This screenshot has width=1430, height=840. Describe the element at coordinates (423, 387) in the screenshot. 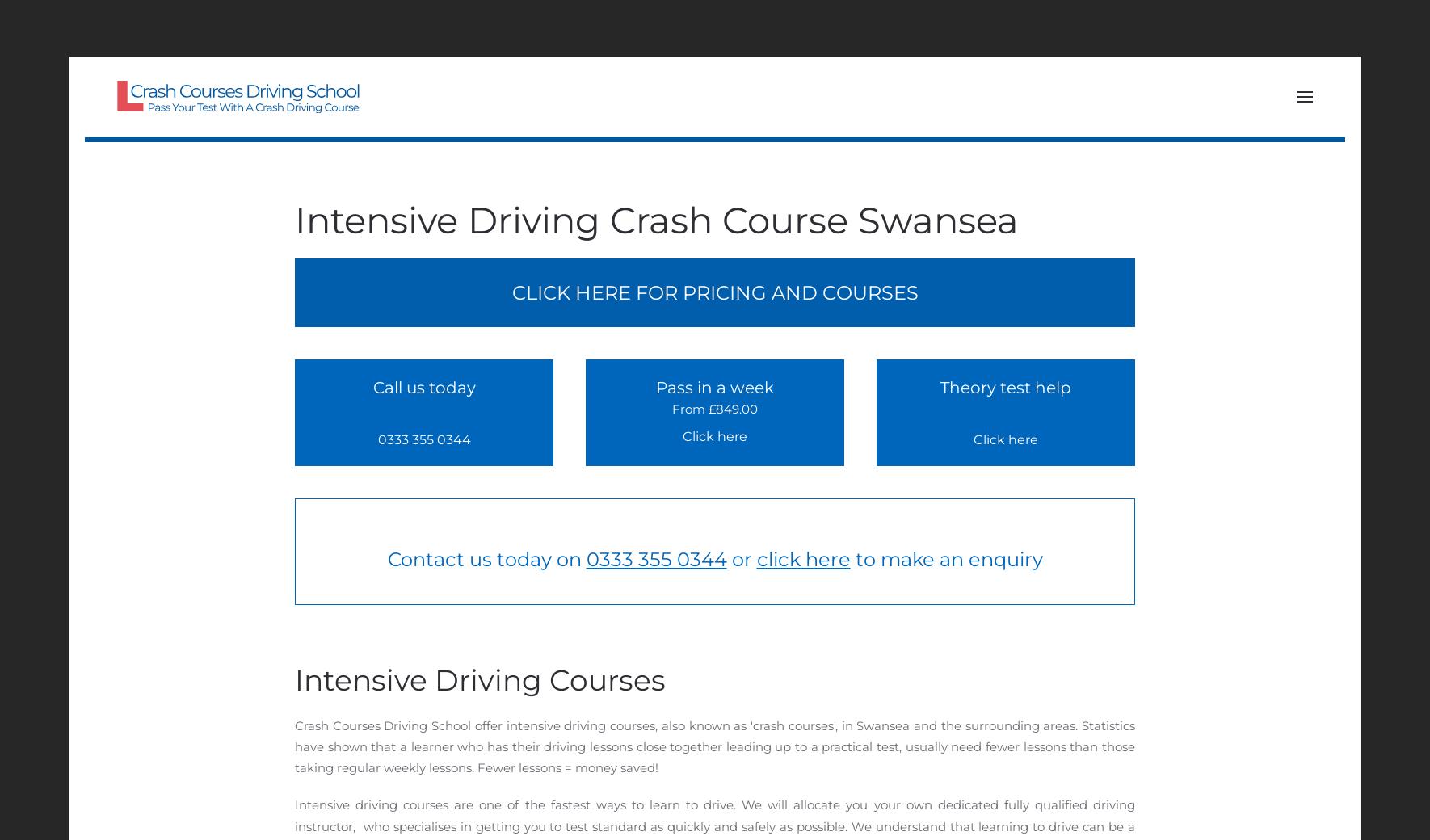

I see `'Call us today'` at that location.